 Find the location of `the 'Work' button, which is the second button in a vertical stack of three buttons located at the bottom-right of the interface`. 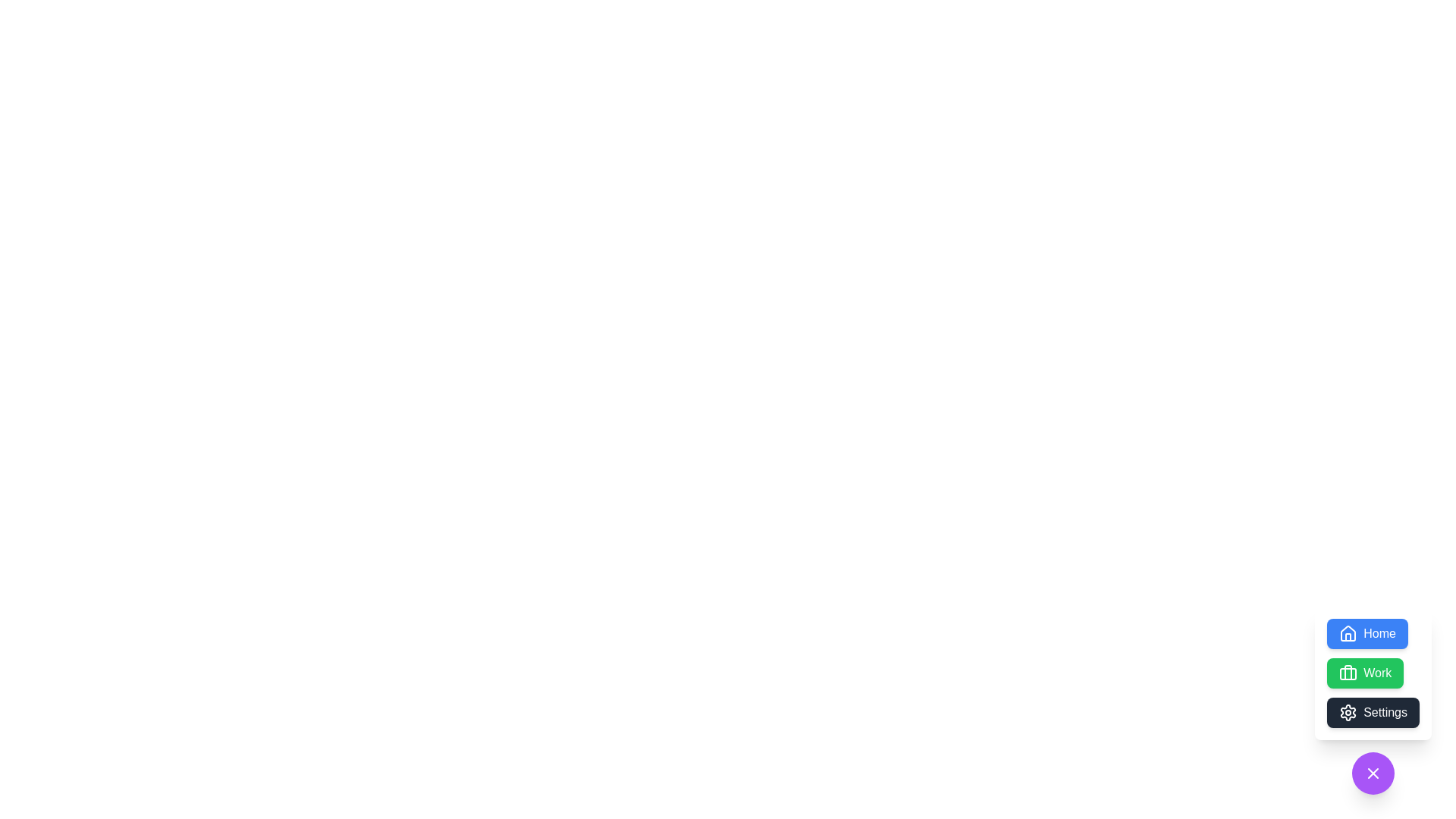

the 'Work' button, which is the second button in a vertical stack of three buttons located at the bottom-right of the interface is located at coordinates (1348, 672).